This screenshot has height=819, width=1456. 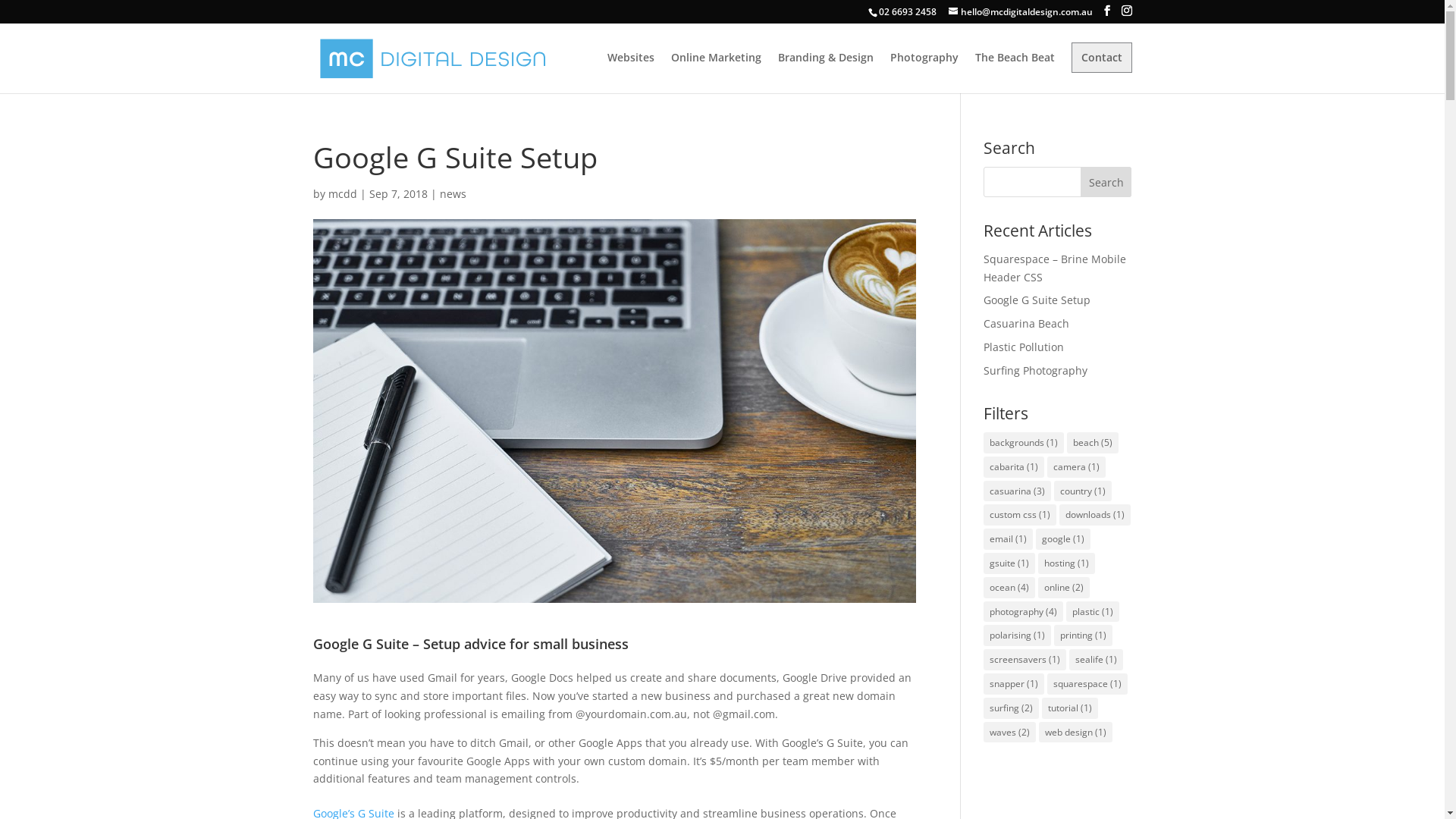 What do you see at coordinates (1106, 180) in the screenshot?
I see `'Search'` at bounding box center [1106, 180].